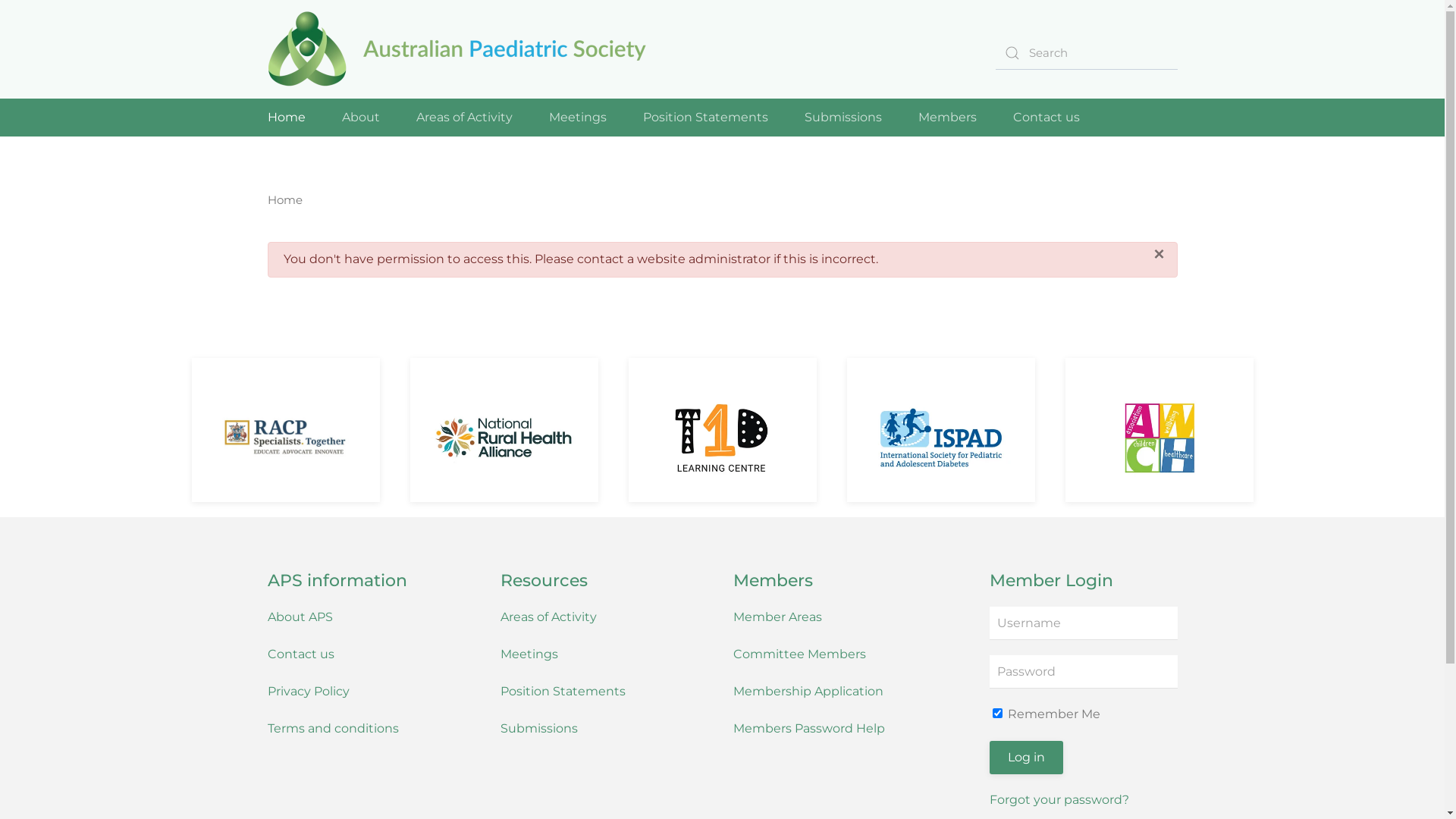 The width and height of the screenshot is (1456, 819). Describe the element at coordinates (1058, 799) in the screenshot. I see `'Forgot your password?'` at that location.